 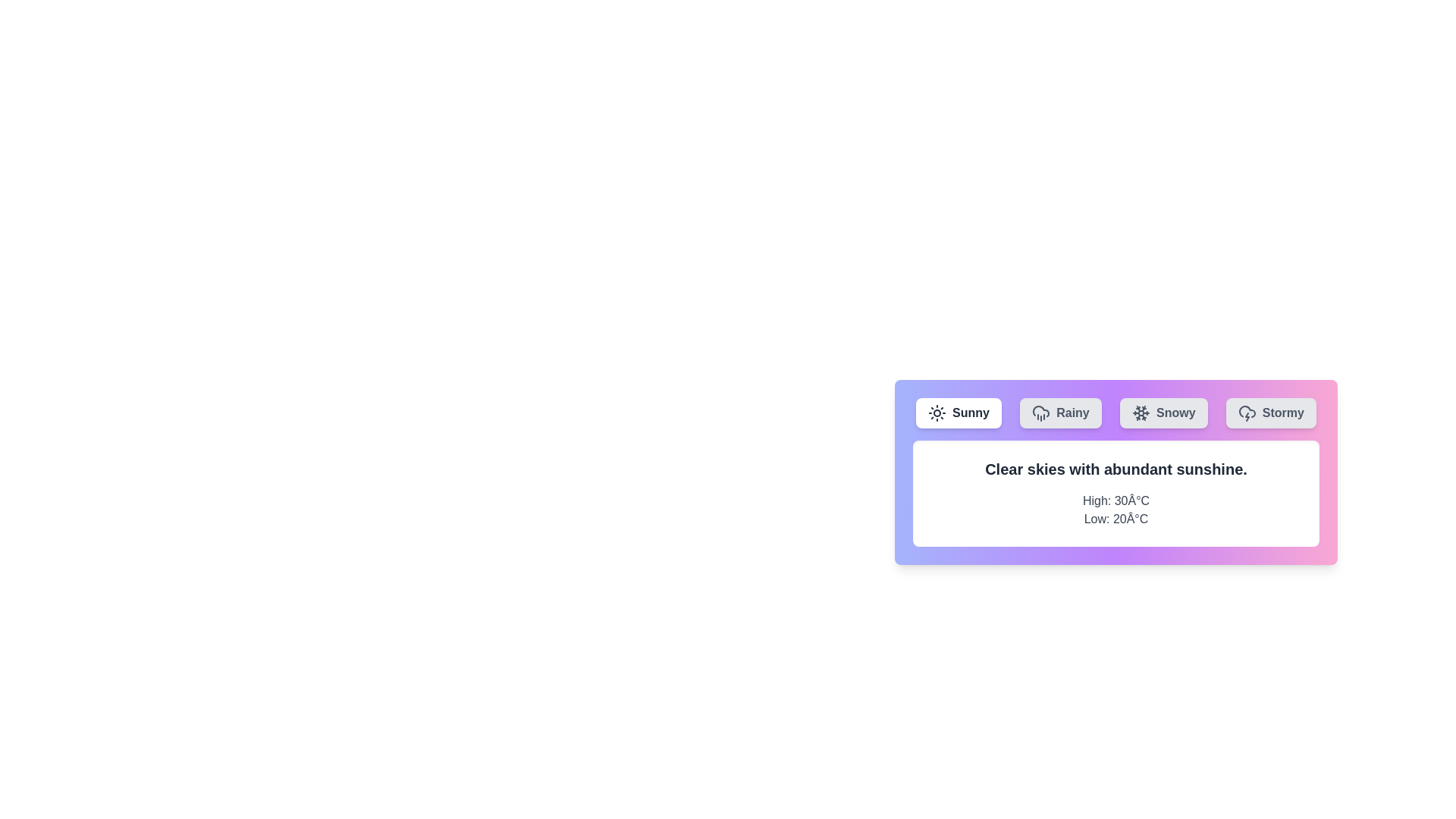 I want to click on the weather tab labeled Snowy, so click(x=1163, y=413).